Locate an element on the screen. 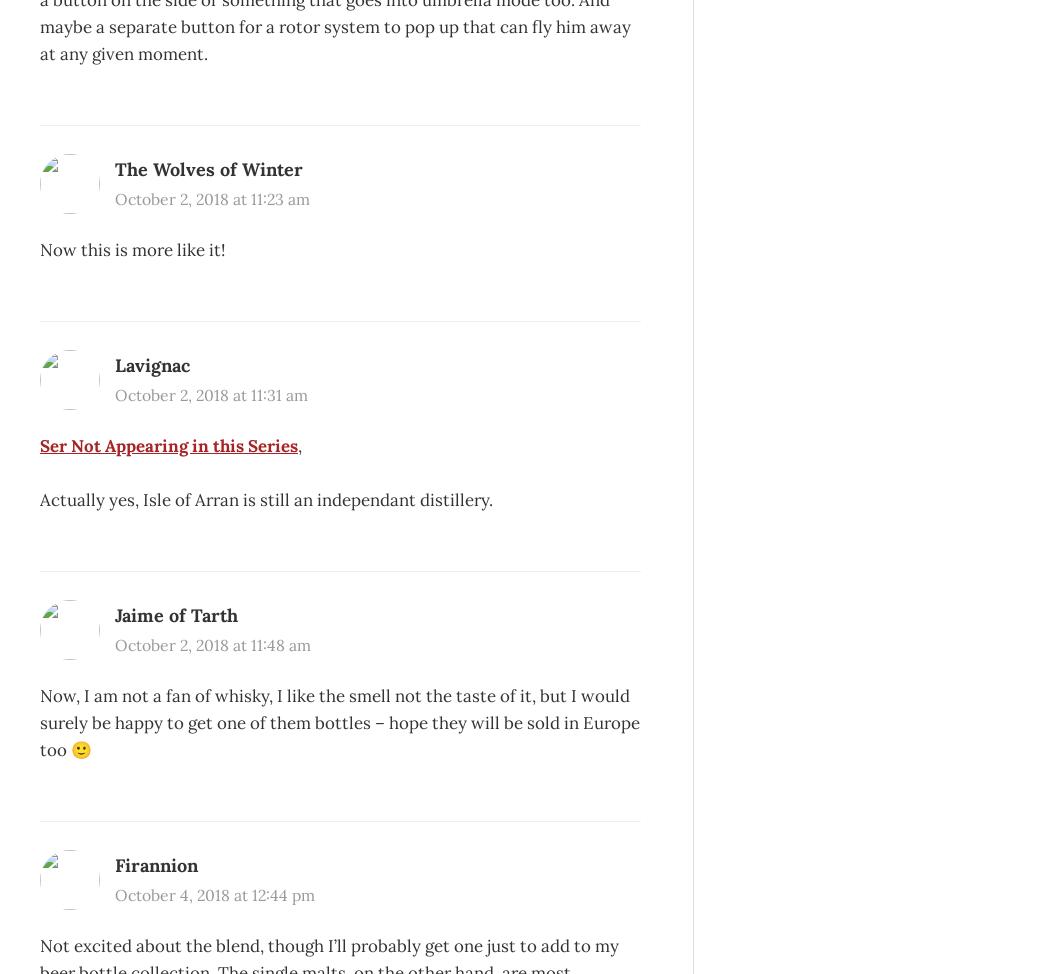 This screenshot has width=1042, height=974. 'October 2, 2018 at 11:48 am' is located at coordinates (211, 643).